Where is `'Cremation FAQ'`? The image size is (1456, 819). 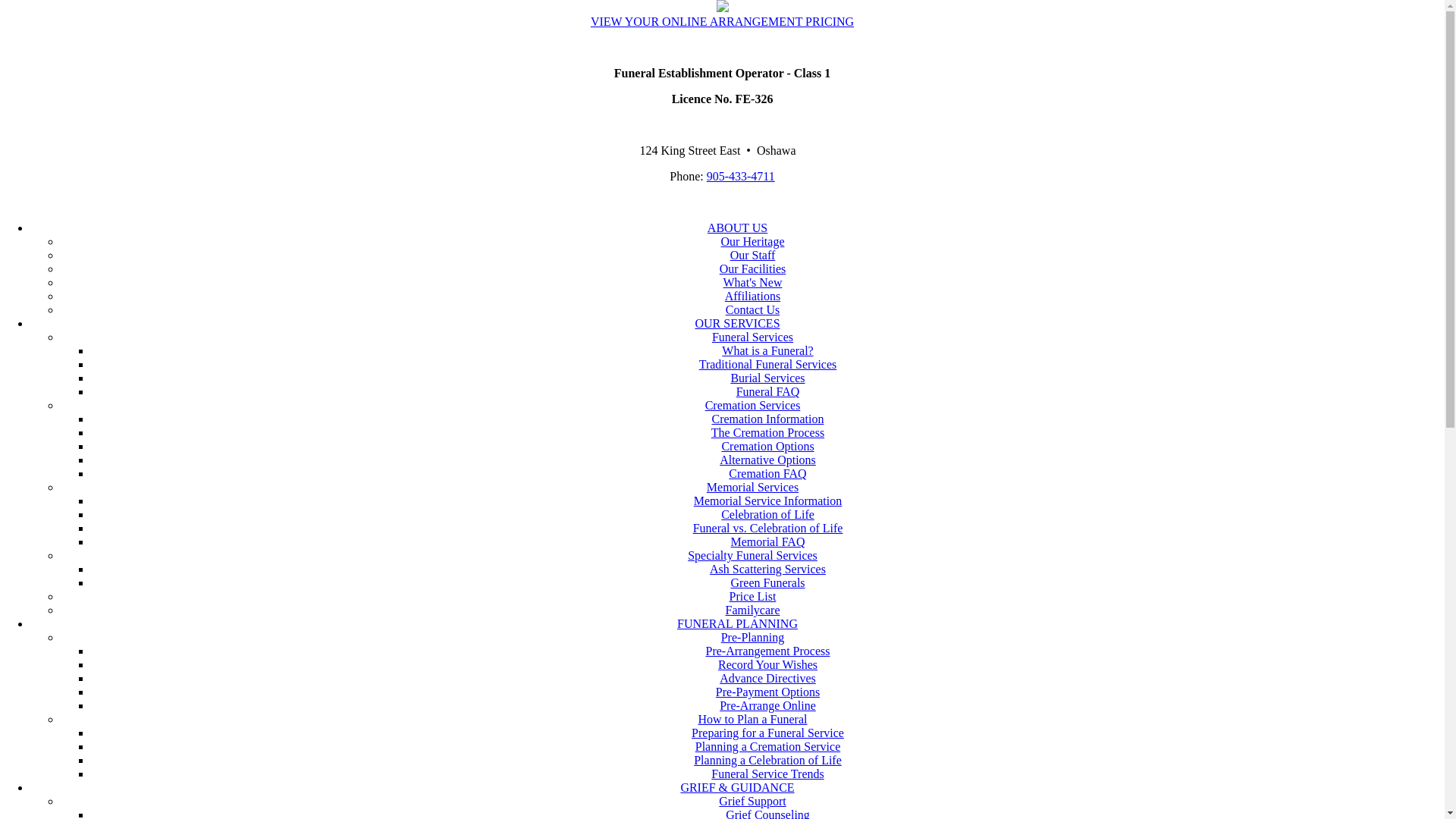
'Cremation FAQ' is located at coordinates (767, 472).